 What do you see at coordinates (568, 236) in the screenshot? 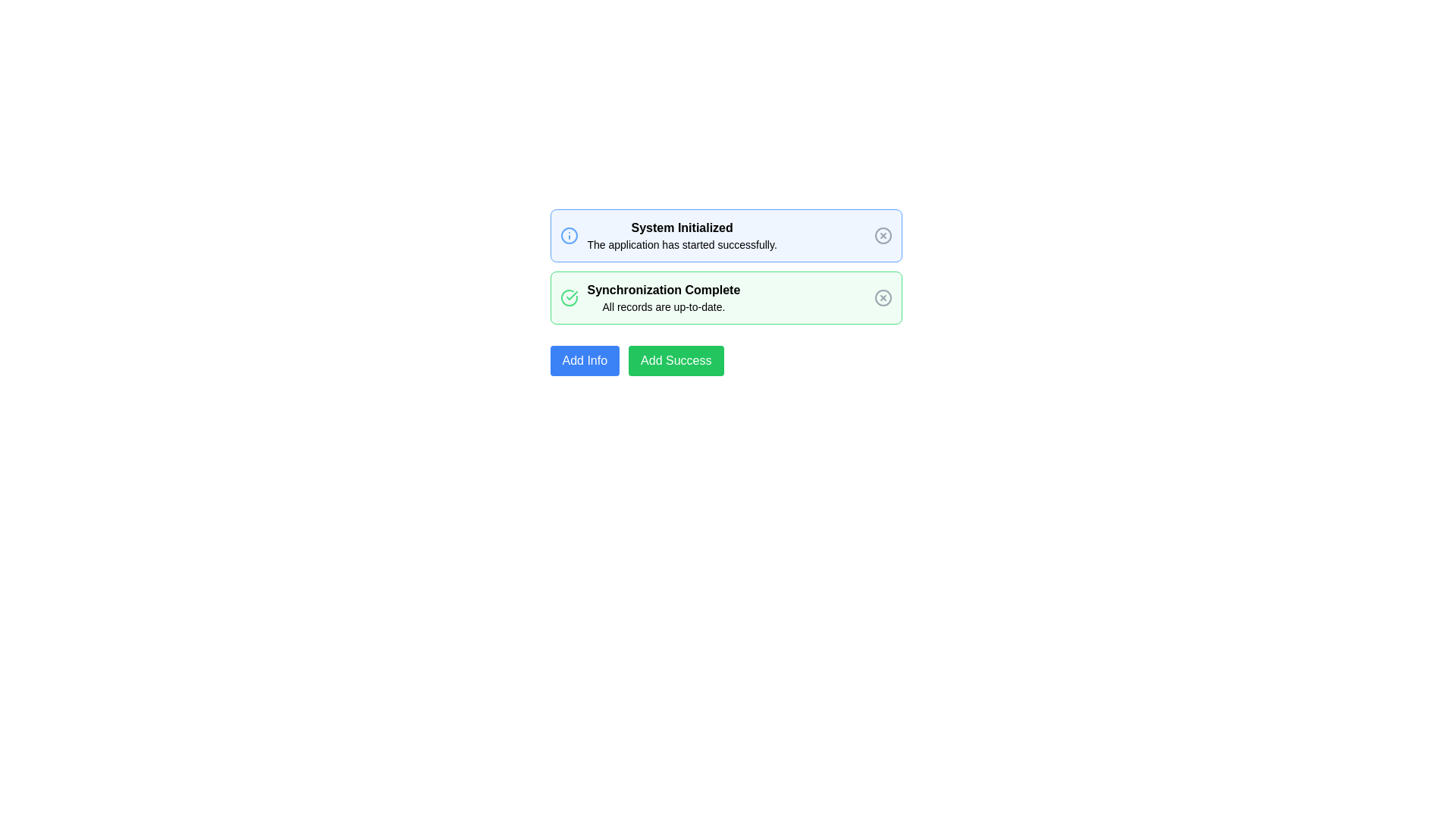
I see `the circle SVG graphic representing an information icon within the 'System Initialized' notification card` at bounding box center [568, 236].